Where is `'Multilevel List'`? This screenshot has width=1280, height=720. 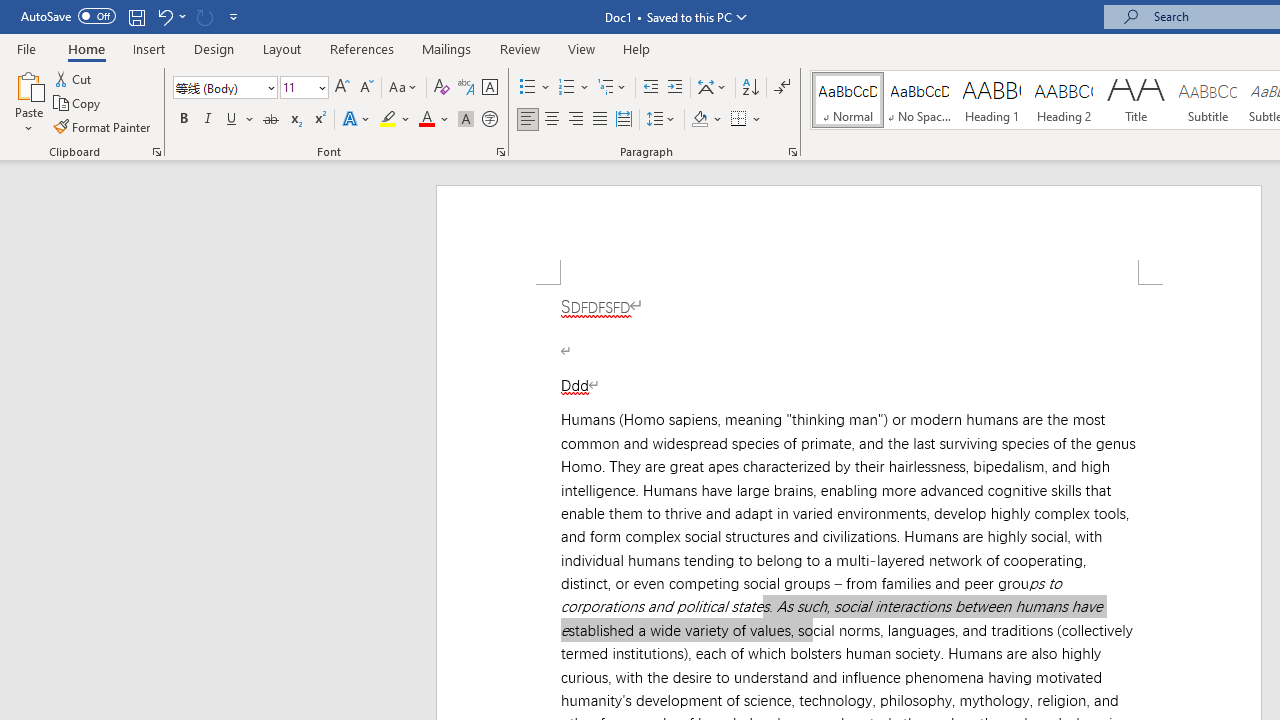
'Multilevel List' is located at coordinates (612, 86).